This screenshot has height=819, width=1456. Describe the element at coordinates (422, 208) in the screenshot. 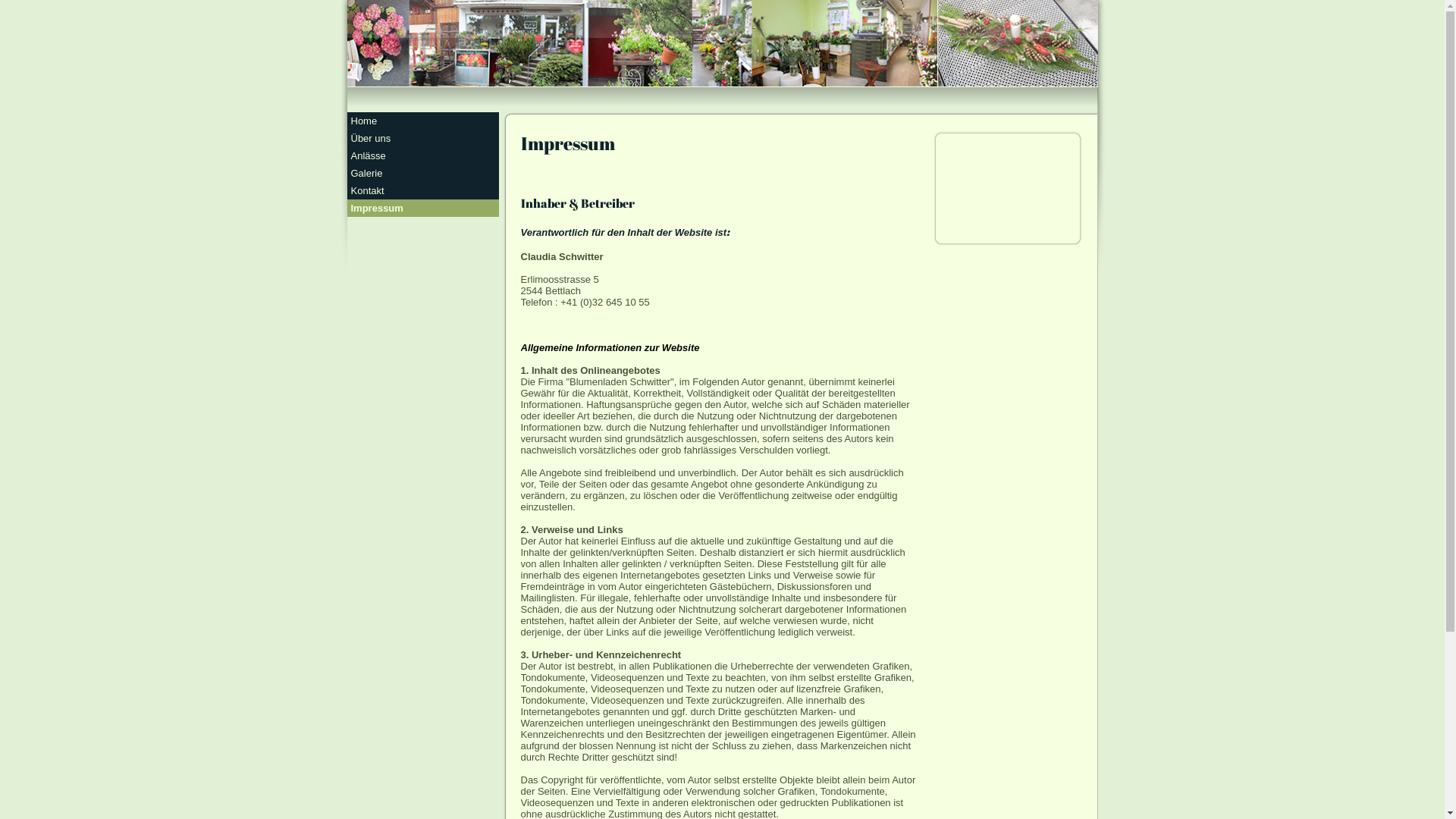

I see `'Impressum'` at that location.